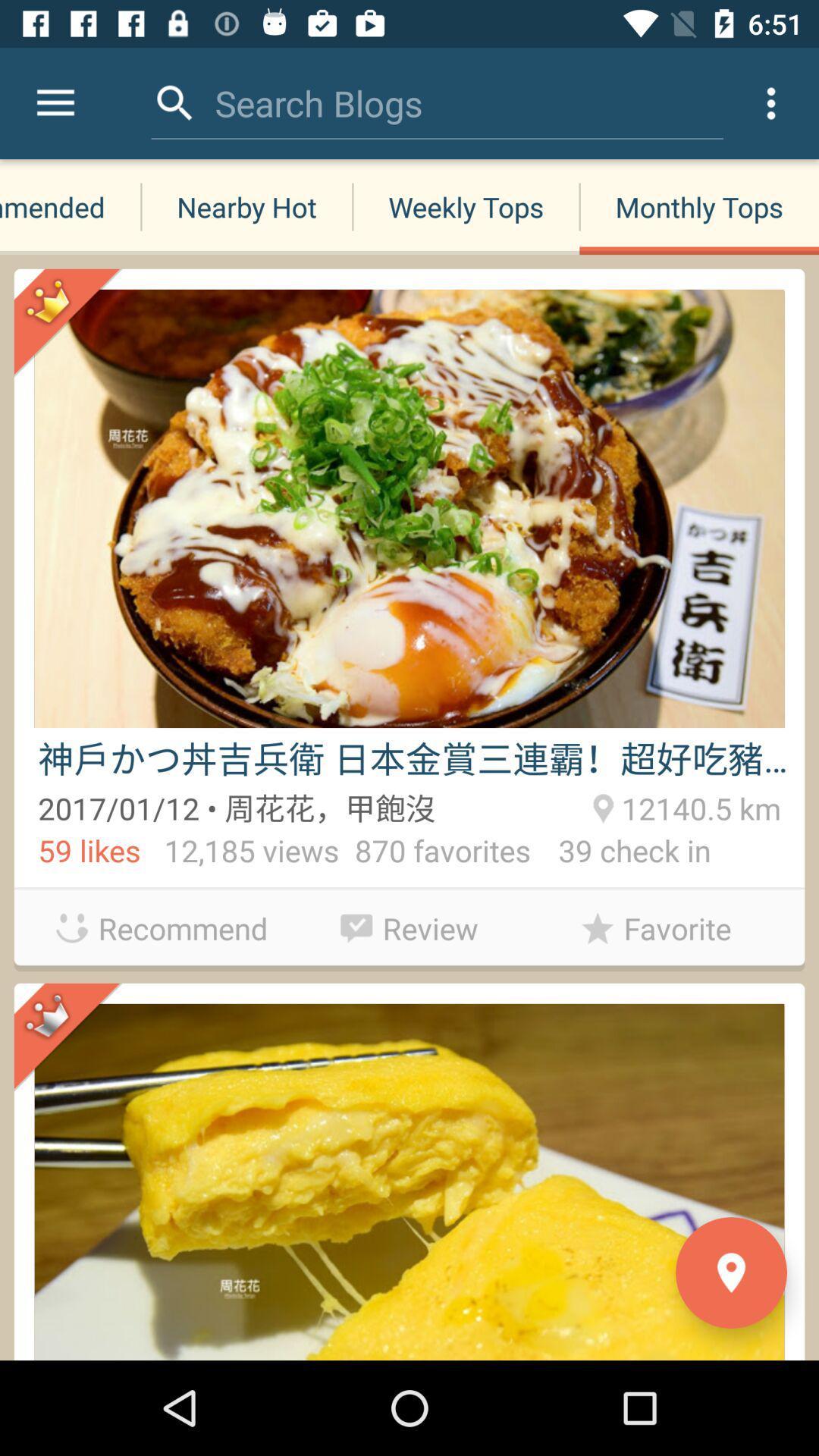  What do you see at coordinates (771, 102) in the screenshot?
I see `the icon above monthly tops` at bounding box center [771, 102].